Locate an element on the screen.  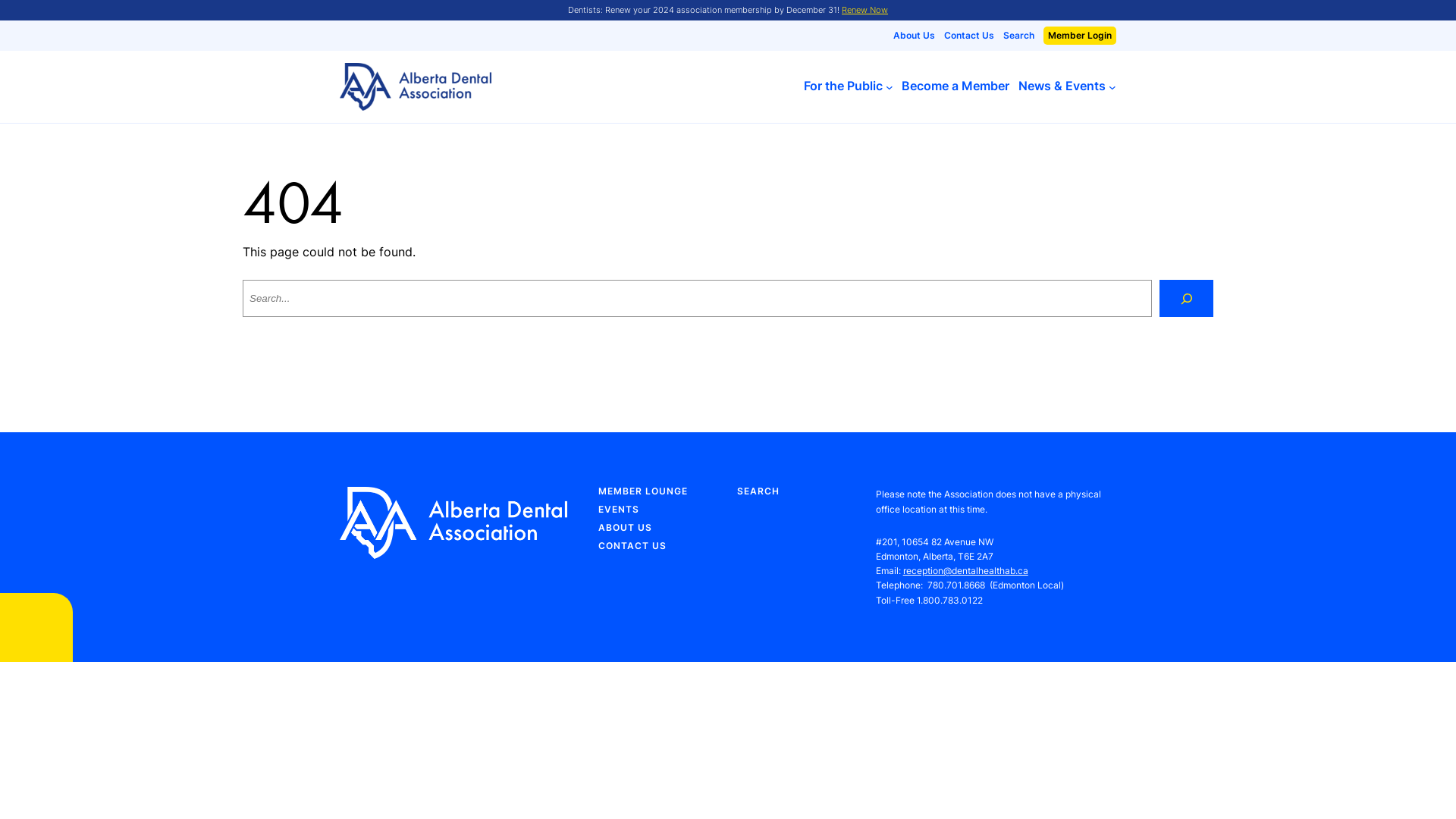
'Member Login' is located at coordinates (1079, 34).